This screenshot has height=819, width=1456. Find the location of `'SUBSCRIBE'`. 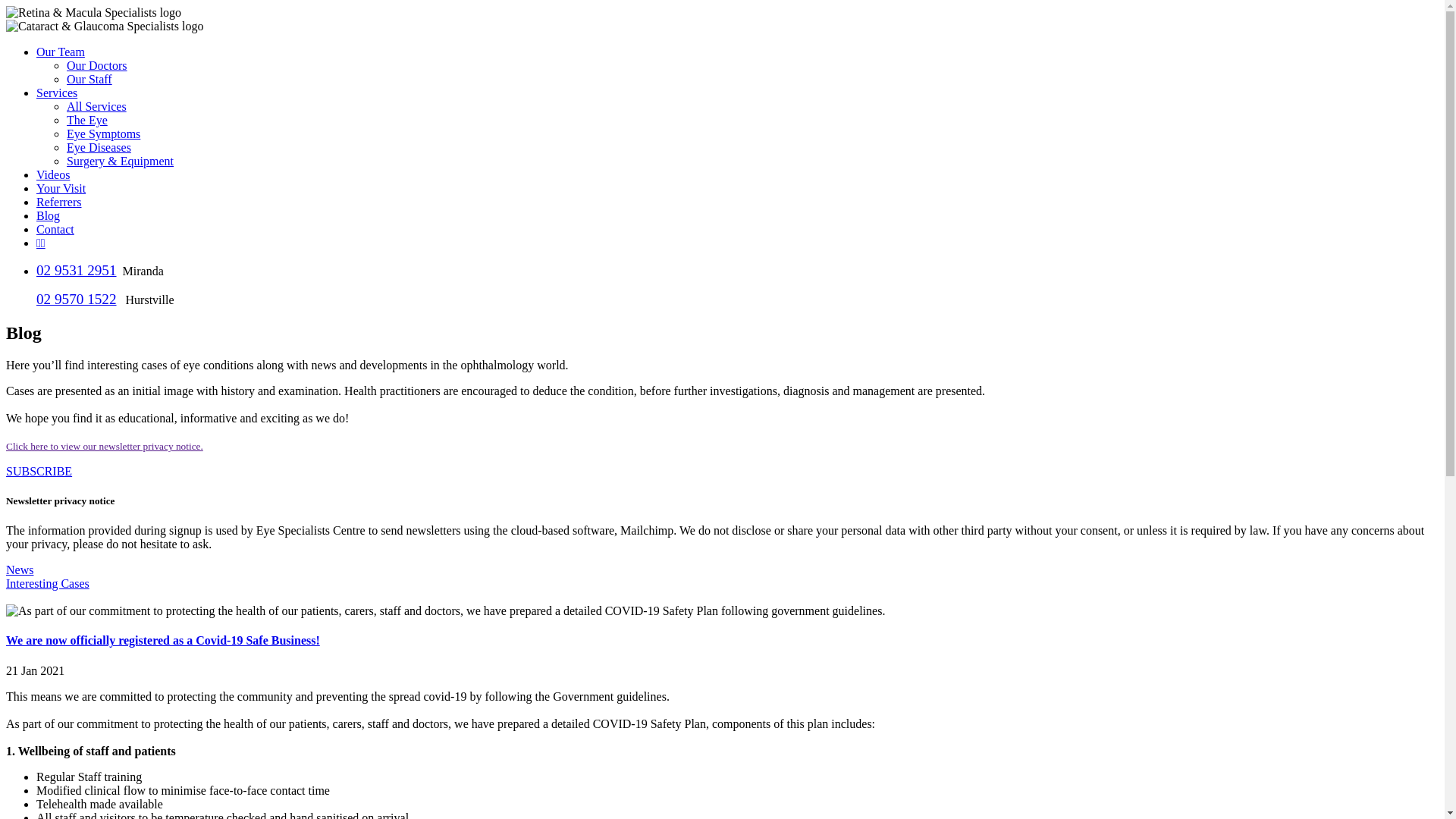

'SUBSCRIBE' is located at coordinates (39, 470).